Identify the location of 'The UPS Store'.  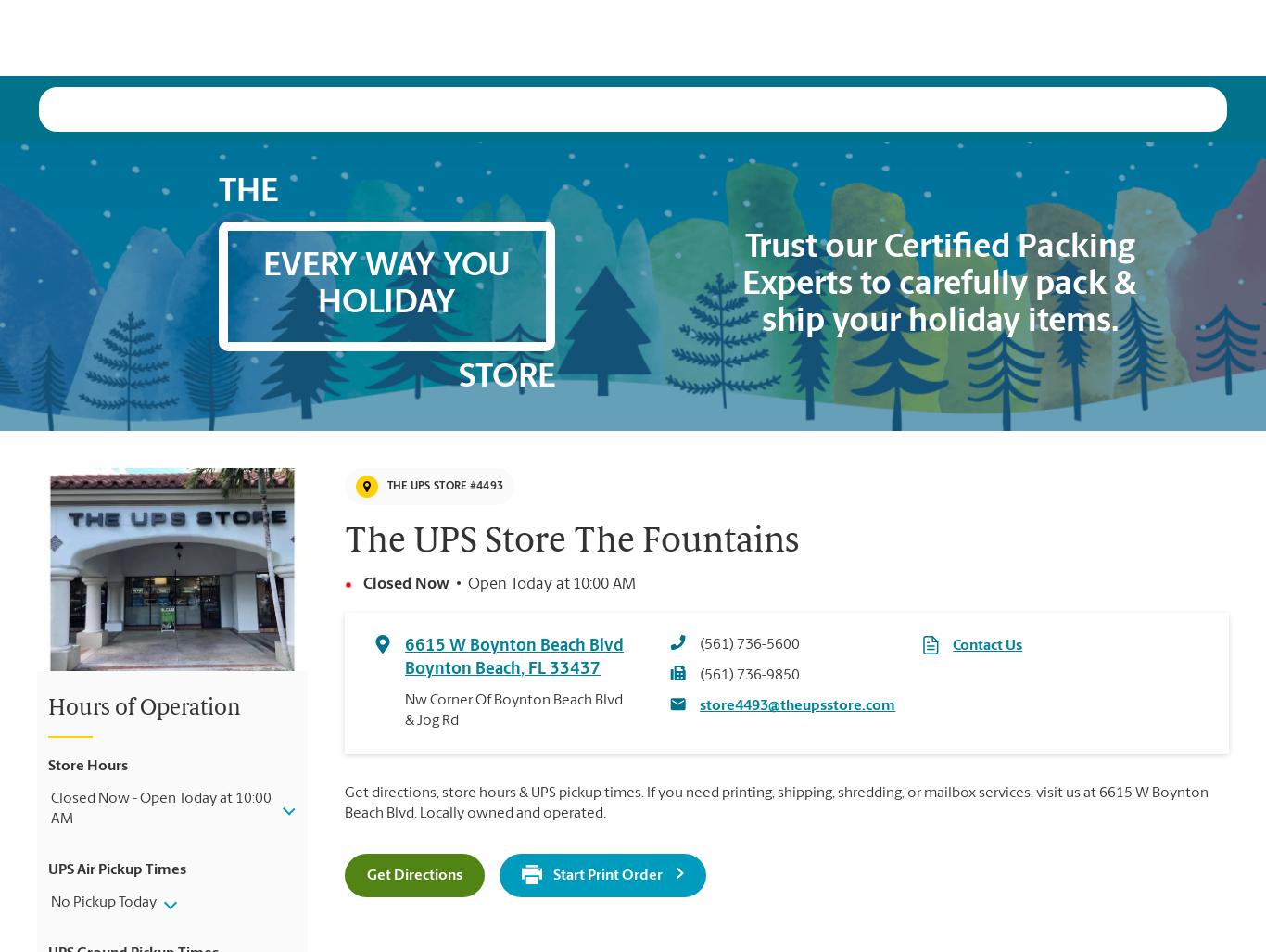
(74, 811).